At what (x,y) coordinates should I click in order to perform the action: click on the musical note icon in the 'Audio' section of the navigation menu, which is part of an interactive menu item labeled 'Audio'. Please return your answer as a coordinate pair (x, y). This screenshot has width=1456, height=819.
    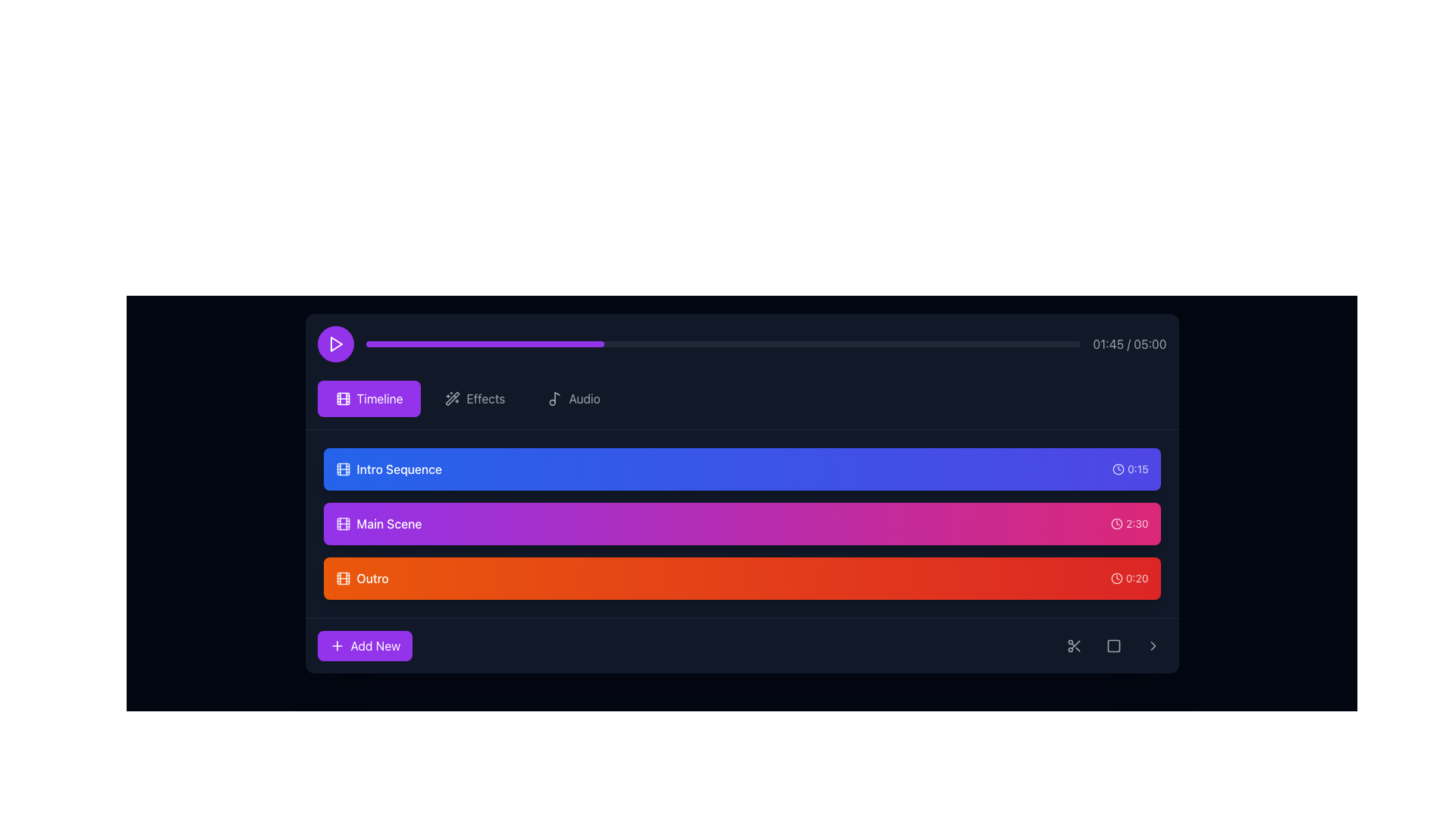
    Looking at the image, I should click on (554, 397).